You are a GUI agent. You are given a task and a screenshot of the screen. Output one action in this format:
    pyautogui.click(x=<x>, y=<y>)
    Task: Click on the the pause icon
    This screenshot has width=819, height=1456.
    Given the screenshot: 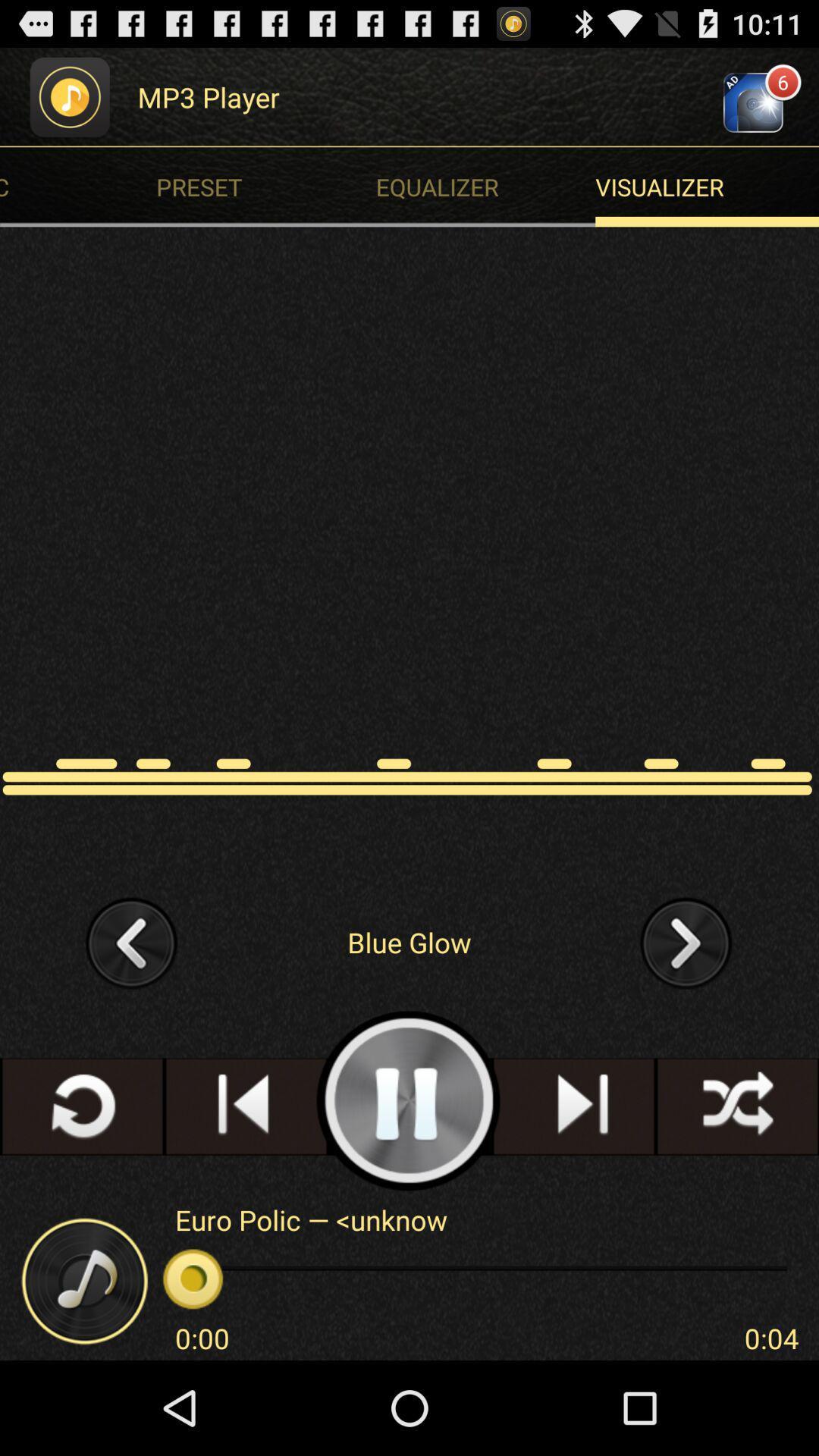 What is the action you would take?
    pyautogui.click(x=408, y=1178)
    